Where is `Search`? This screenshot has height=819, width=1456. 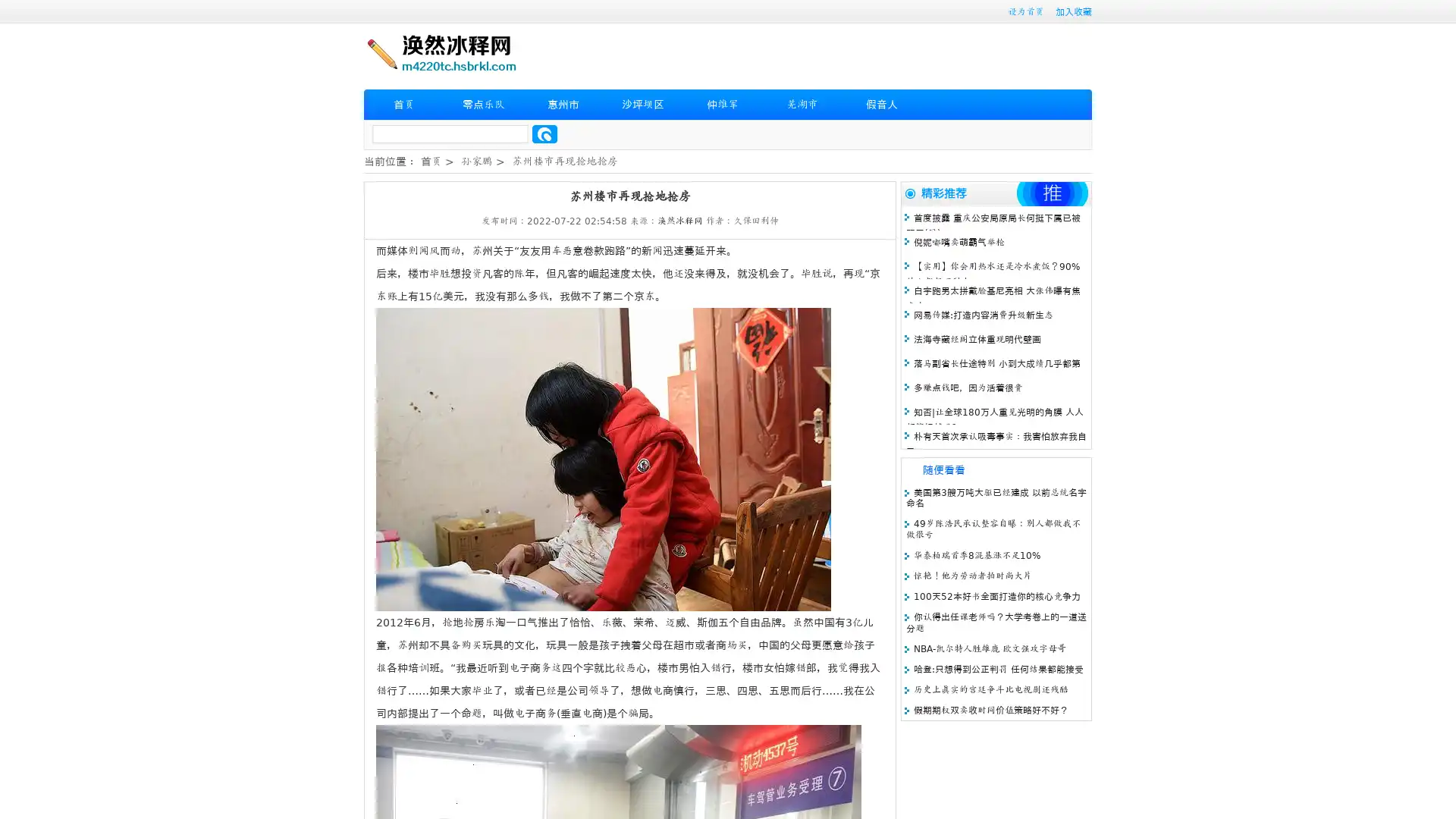 Search is located at coordinates (544, 133).